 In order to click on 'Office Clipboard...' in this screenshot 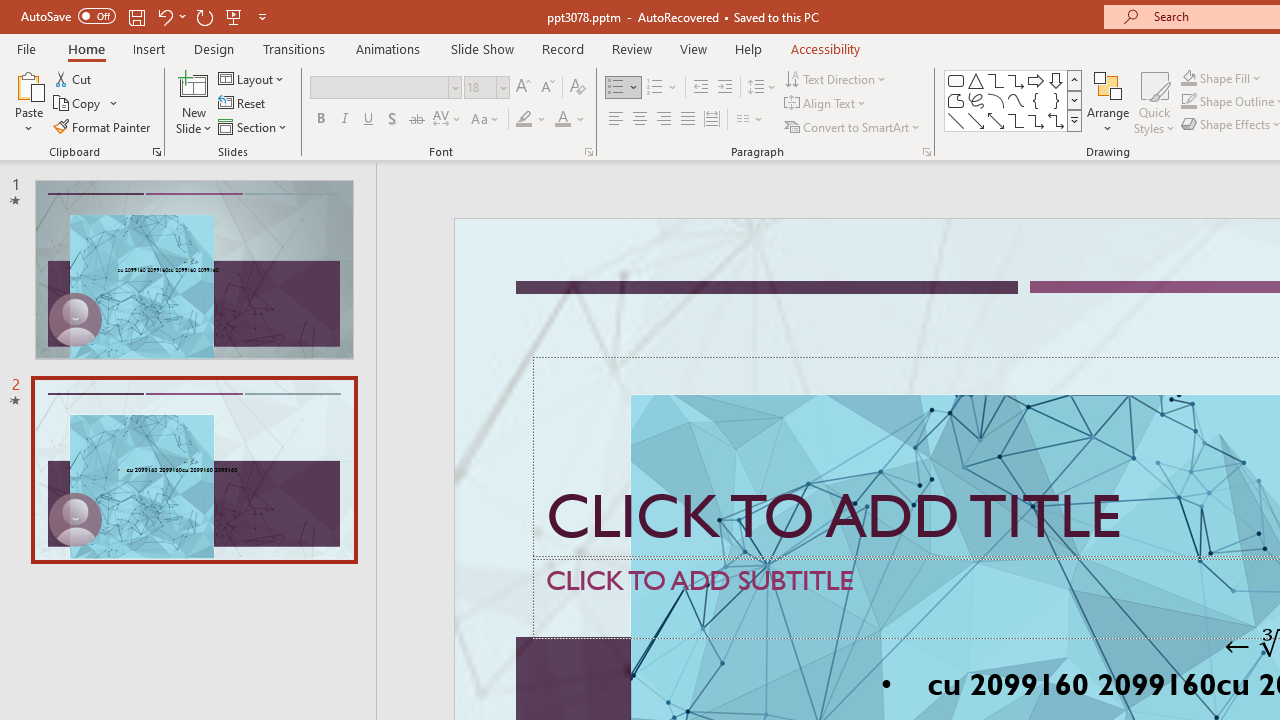, I will do `click(155, 150)`.